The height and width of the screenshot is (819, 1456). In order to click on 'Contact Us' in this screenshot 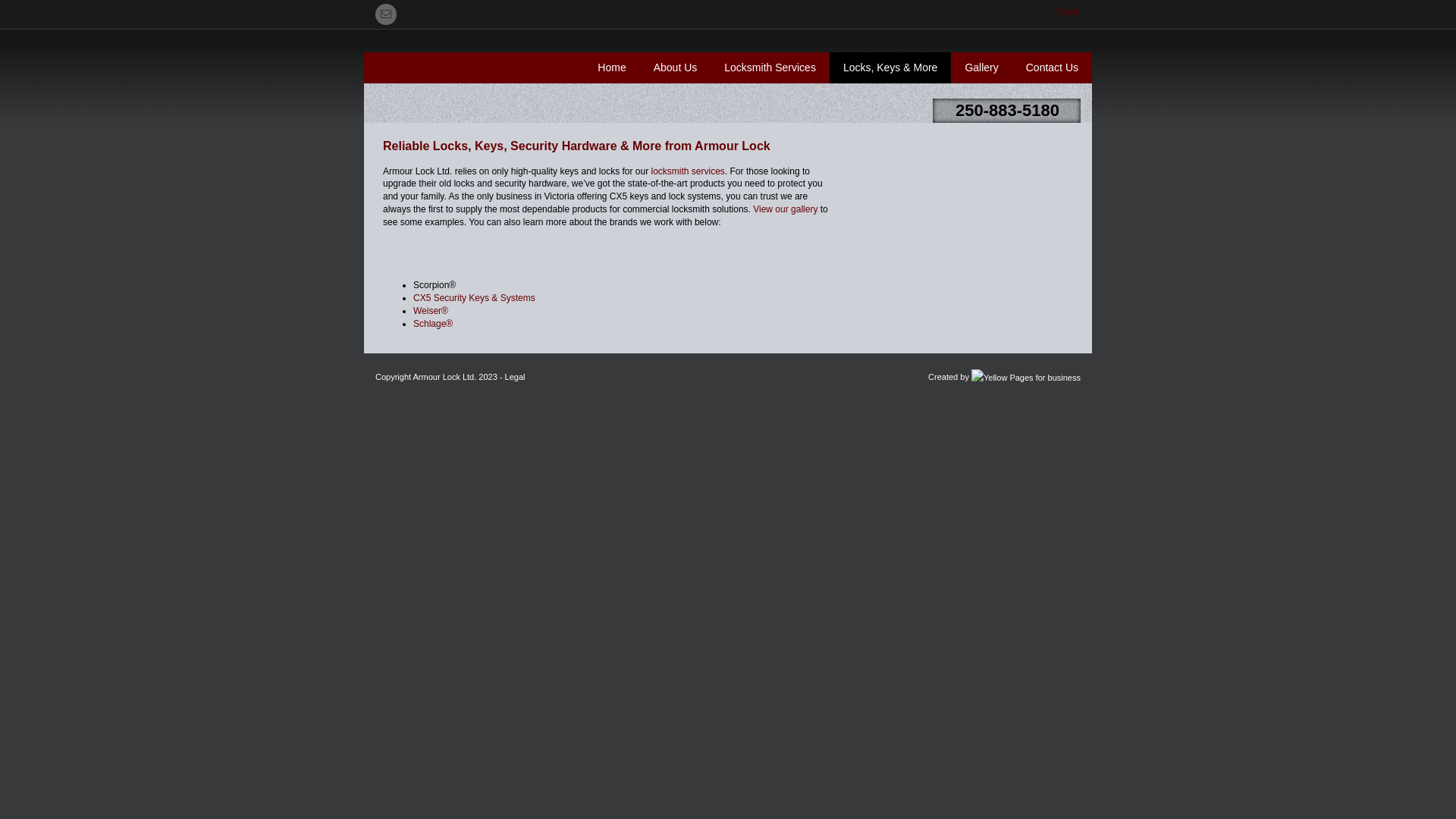, I will do `click(1051, 67)`.